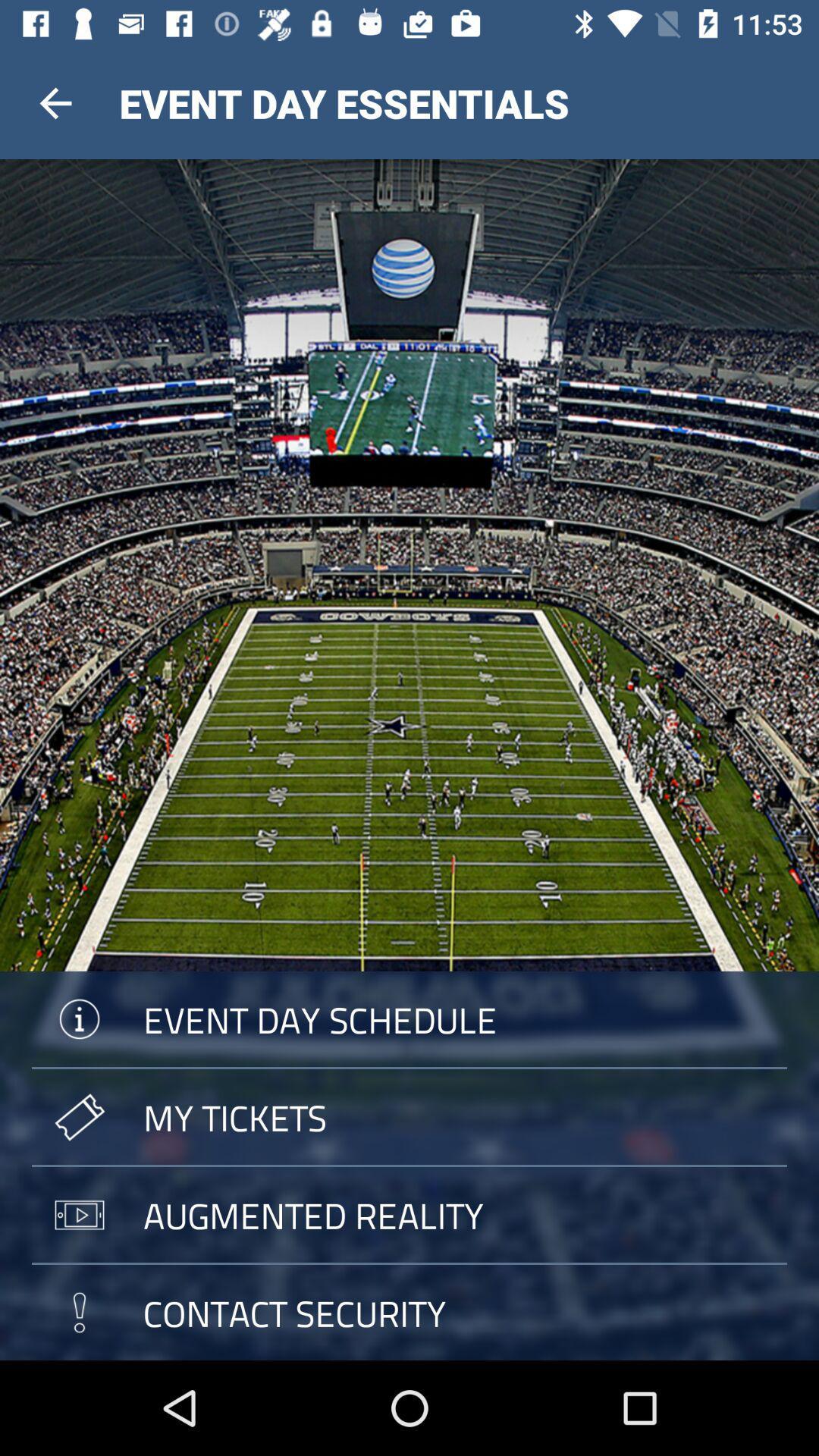 Image resolution: width=819 pixels, height=1456 pixels. Describe the element at coordinates (55, 102) in the screenshot. I see `icon at the top left corner` at that location.